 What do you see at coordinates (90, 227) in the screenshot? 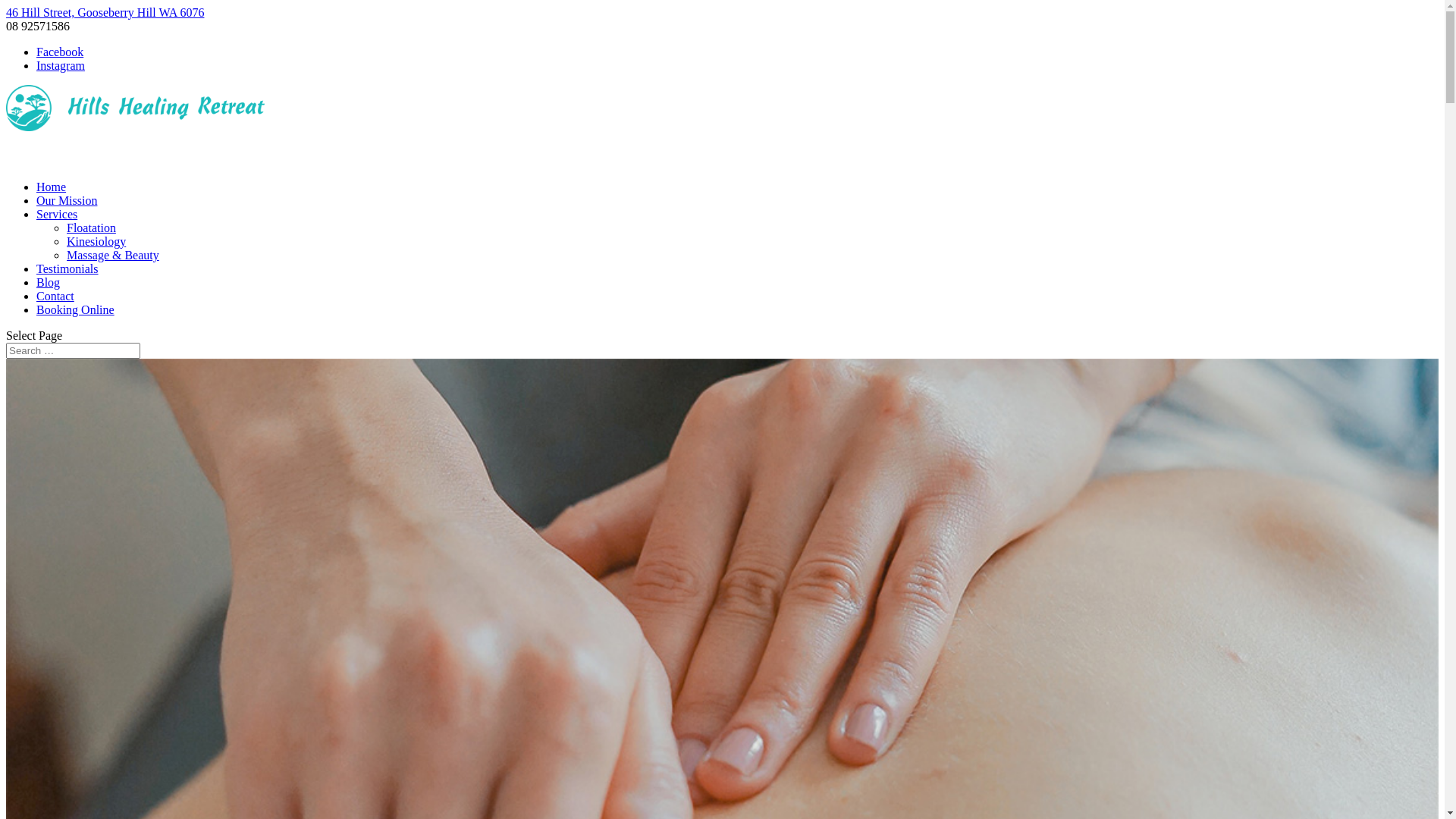
I see `'Floatation'` at bounding box center [90, 227].